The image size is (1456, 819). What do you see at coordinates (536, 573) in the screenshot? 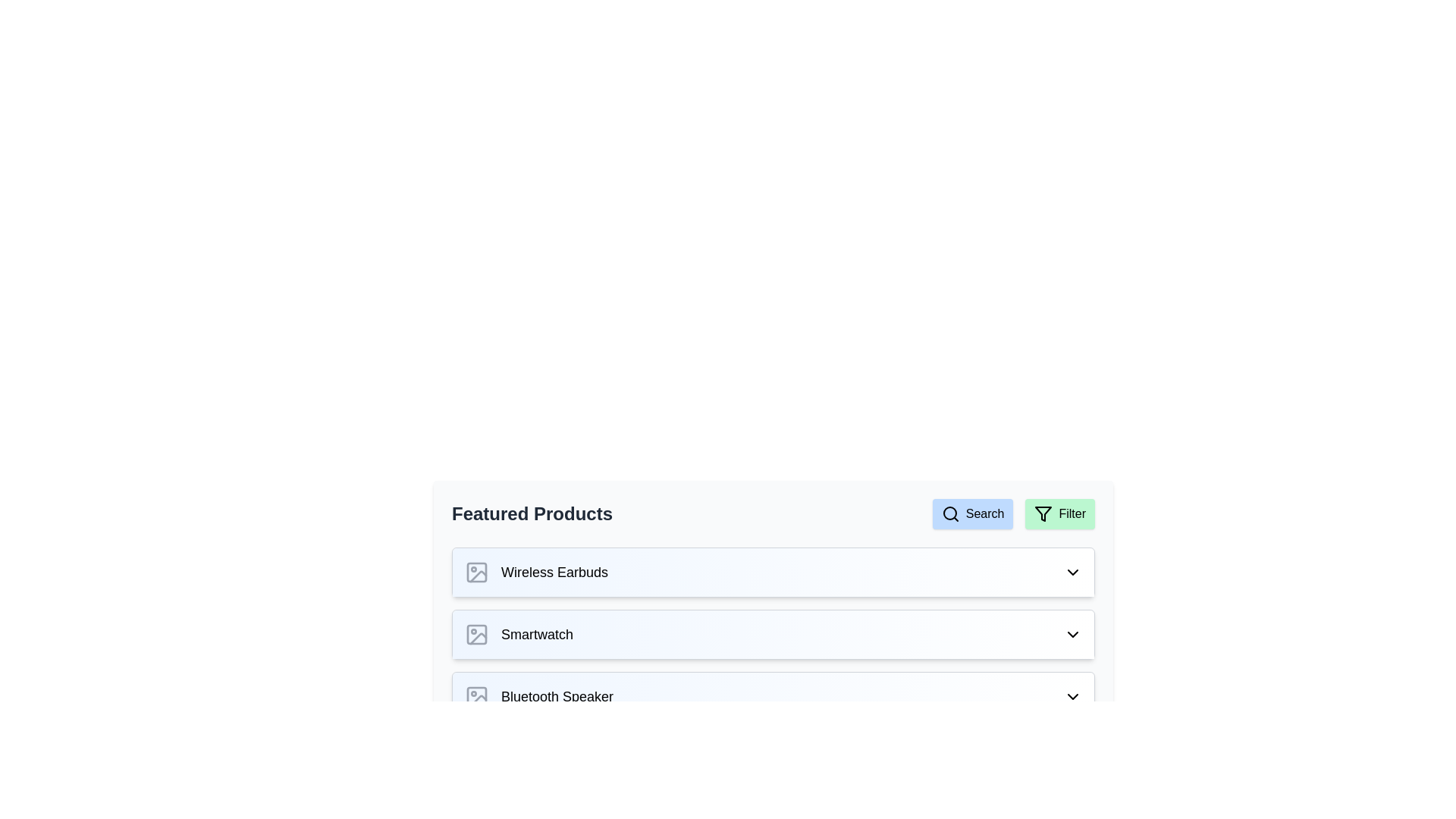
I see `the 'Wireless Earbuds' text label` at bounding box center [536, 573].